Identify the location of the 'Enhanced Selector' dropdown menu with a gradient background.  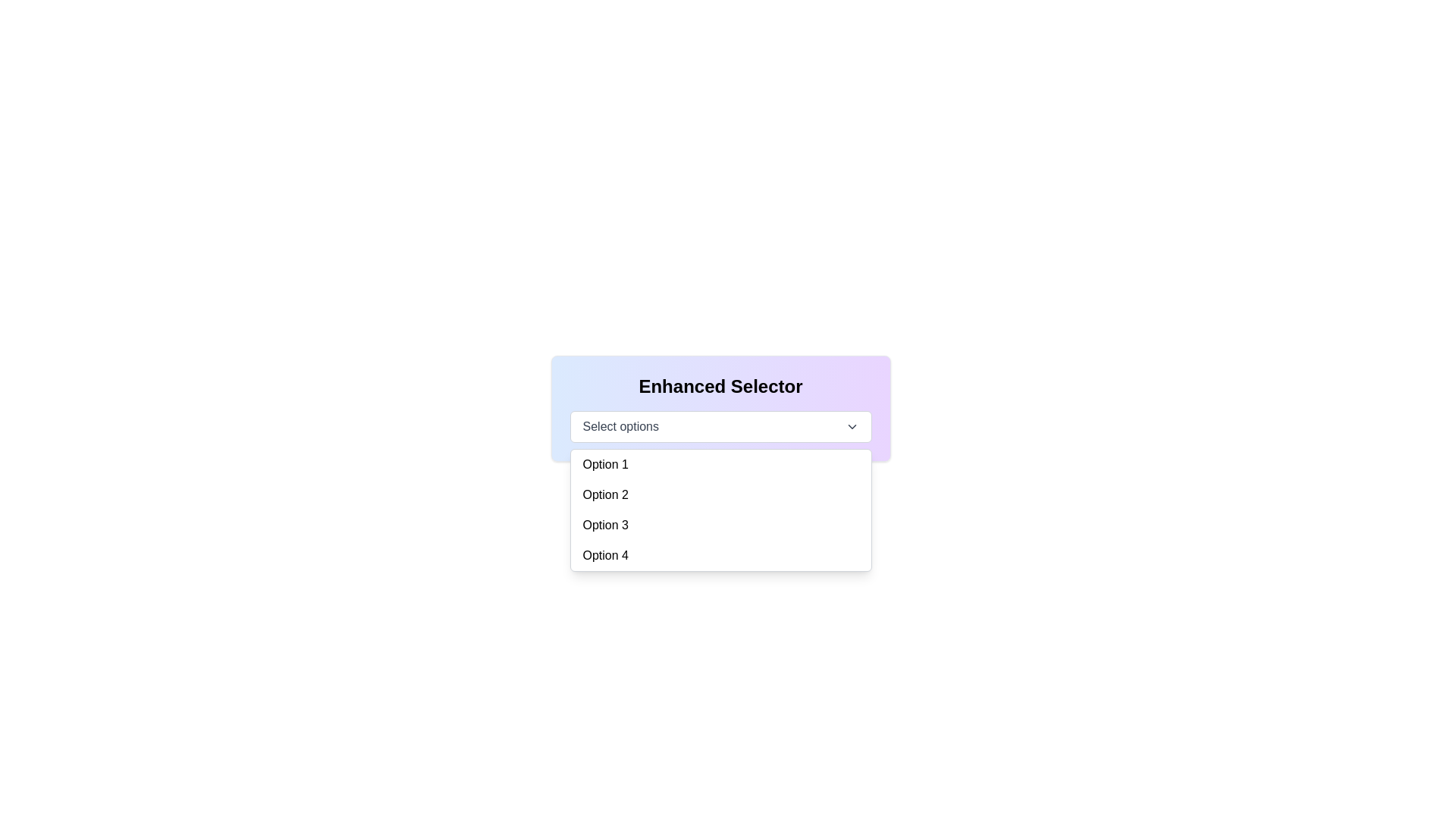
(720, 408).